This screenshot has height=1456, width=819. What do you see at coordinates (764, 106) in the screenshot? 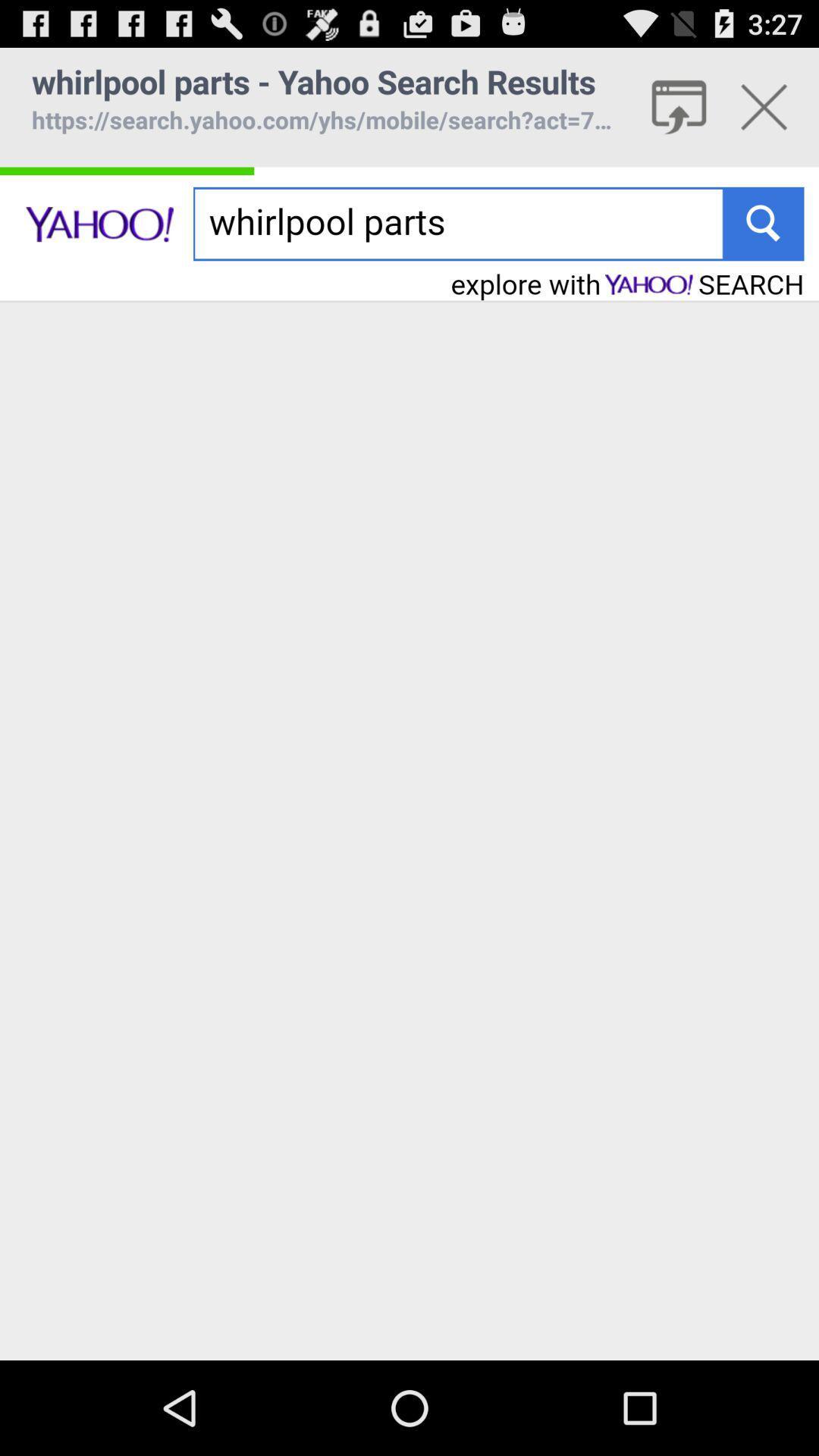
I see `add` at bounding box center [764, 106].